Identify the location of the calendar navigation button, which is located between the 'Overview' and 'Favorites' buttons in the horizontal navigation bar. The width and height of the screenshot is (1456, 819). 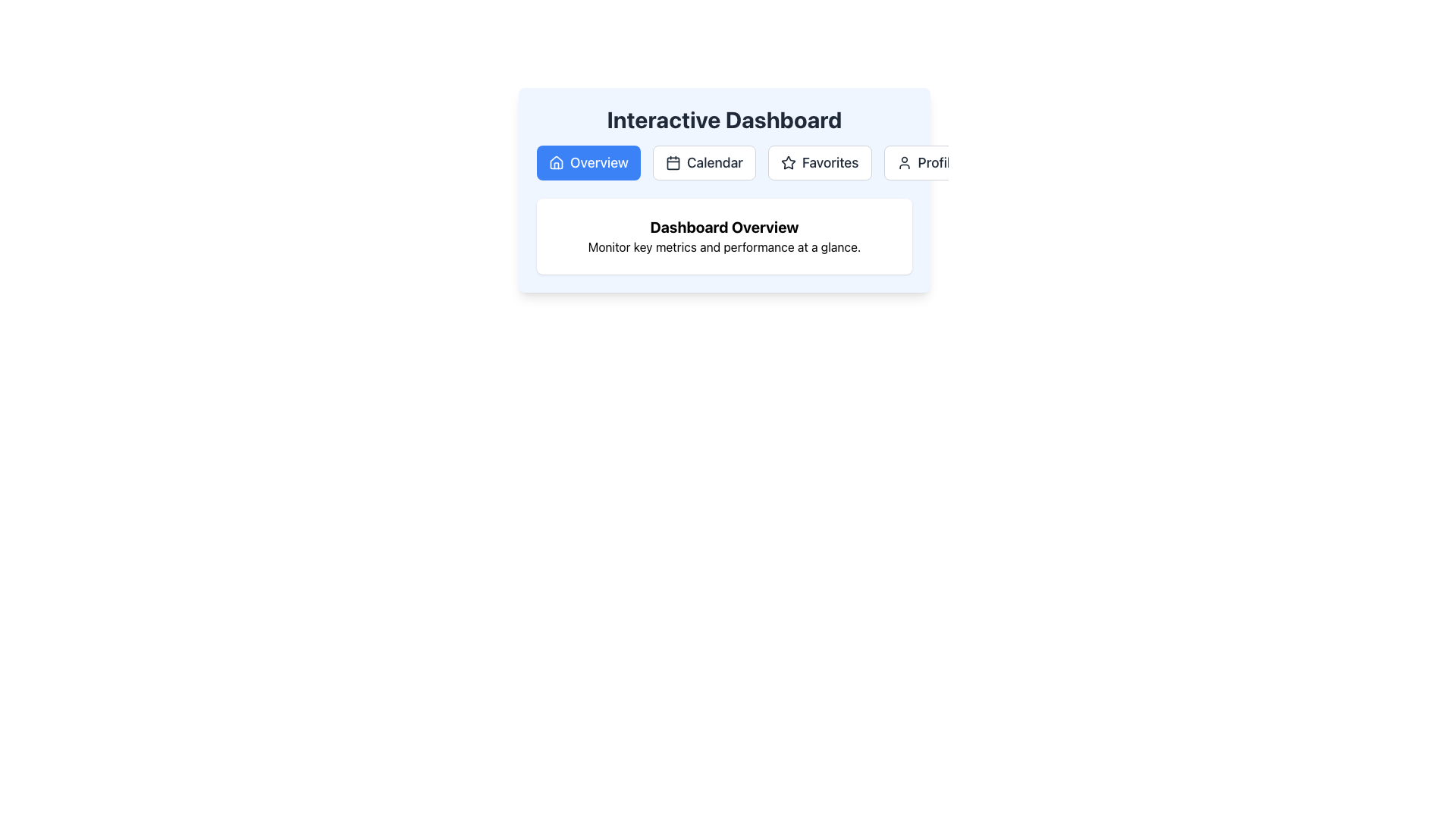
(703, 163).